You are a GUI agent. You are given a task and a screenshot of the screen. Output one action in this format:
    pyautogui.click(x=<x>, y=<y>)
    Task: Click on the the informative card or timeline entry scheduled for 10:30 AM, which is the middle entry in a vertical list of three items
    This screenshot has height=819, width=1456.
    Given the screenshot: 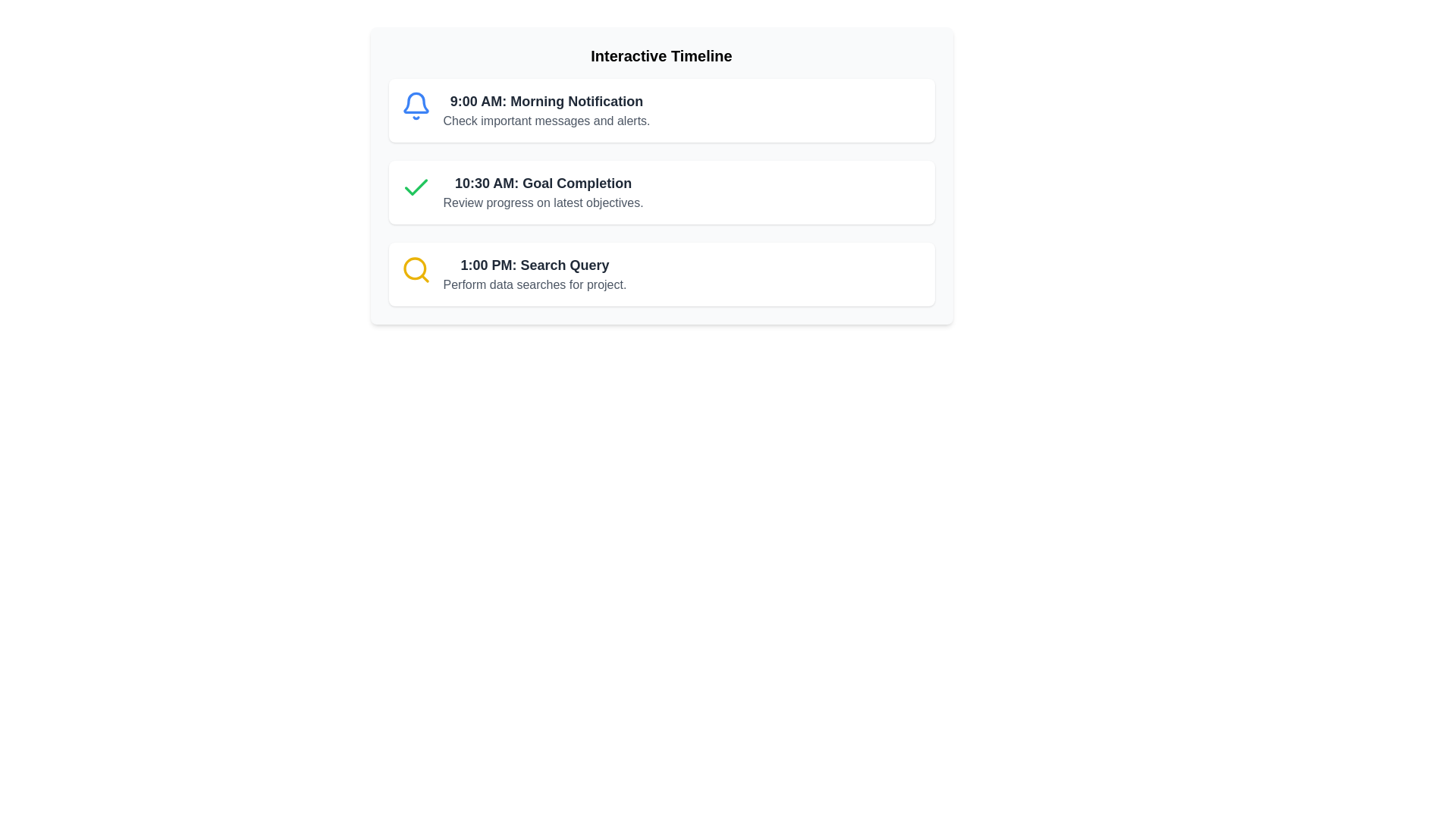 What is the action you would take?
    pyautogui.click(x=661, y=192)
    